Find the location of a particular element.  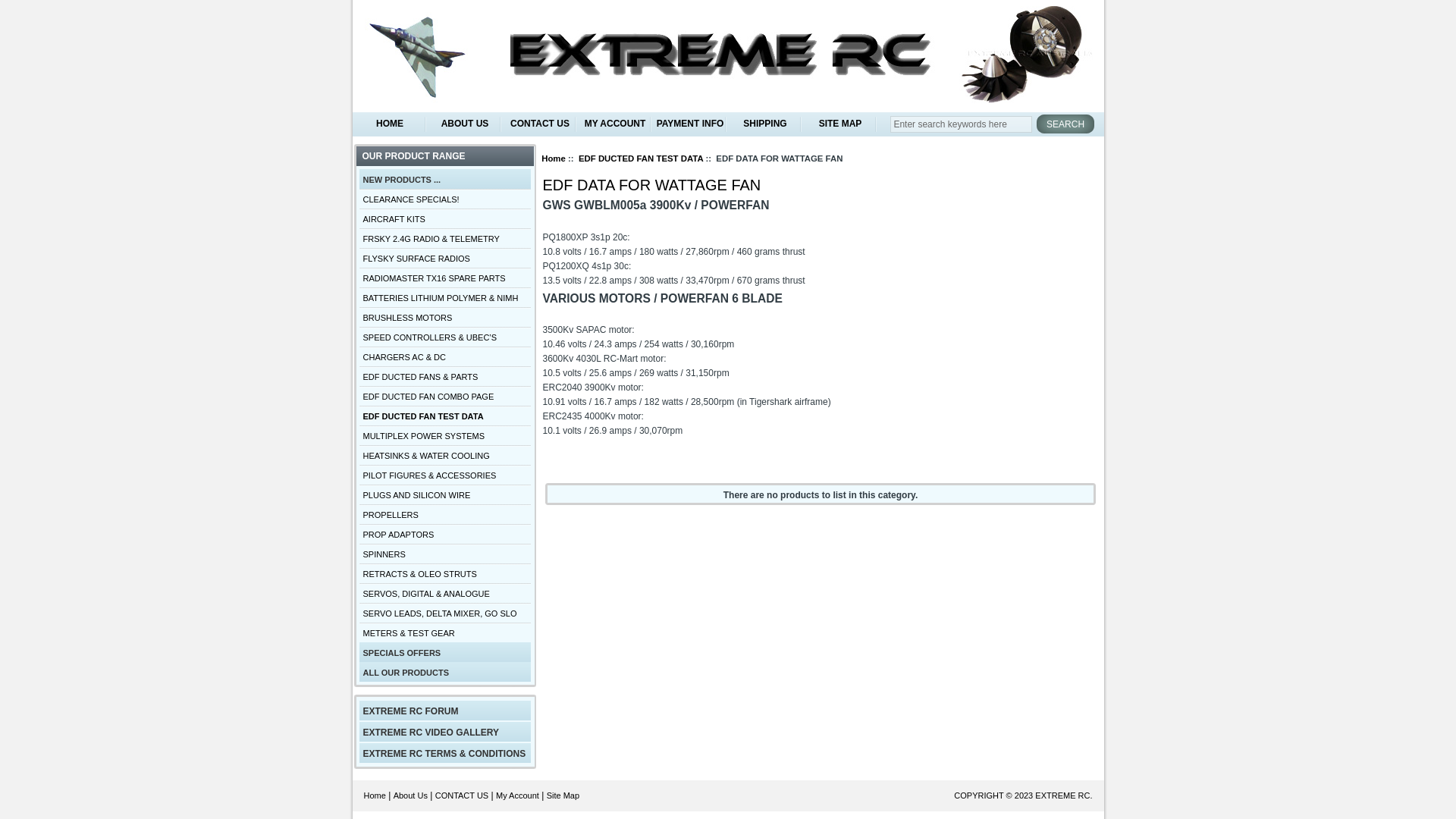

'SPECIALS OFFERS' is located at coordinates (444, 651).